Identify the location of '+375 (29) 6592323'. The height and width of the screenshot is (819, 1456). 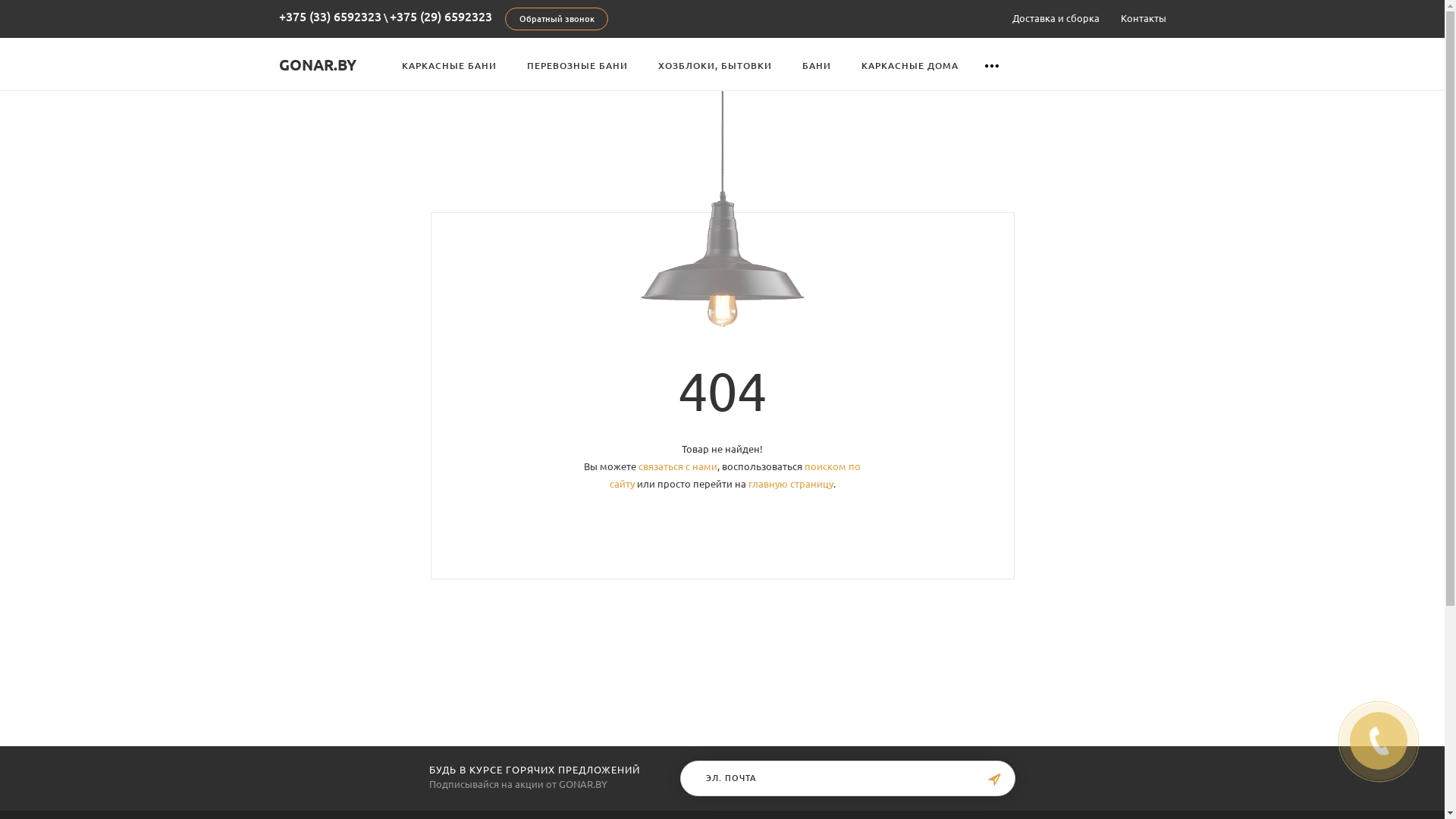
(389, 17).